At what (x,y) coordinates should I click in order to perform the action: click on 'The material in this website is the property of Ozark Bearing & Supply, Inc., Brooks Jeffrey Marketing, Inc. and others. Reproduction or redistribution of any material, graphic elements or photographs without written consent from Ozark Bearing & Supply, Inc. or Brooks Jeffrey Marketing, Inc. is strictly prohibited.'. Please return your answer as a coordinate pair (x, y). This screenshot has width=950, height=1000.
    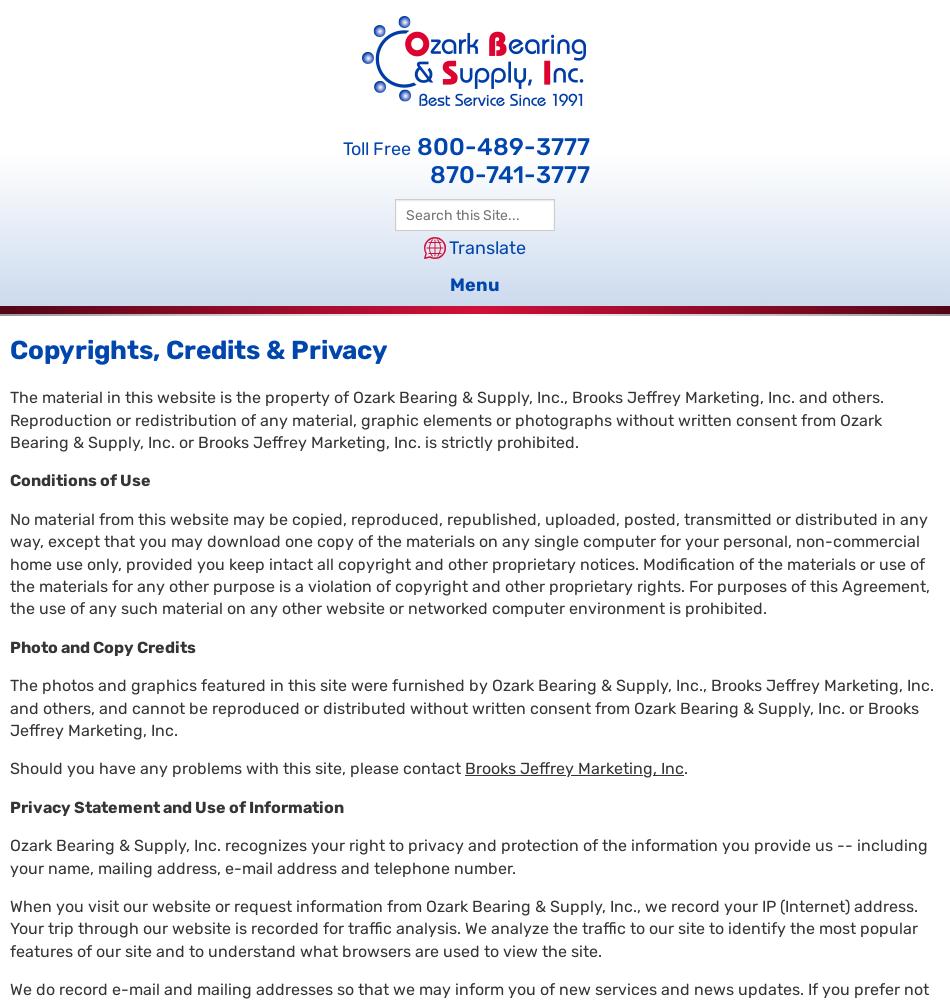
    Looking at the image, I should click on (445, 420).